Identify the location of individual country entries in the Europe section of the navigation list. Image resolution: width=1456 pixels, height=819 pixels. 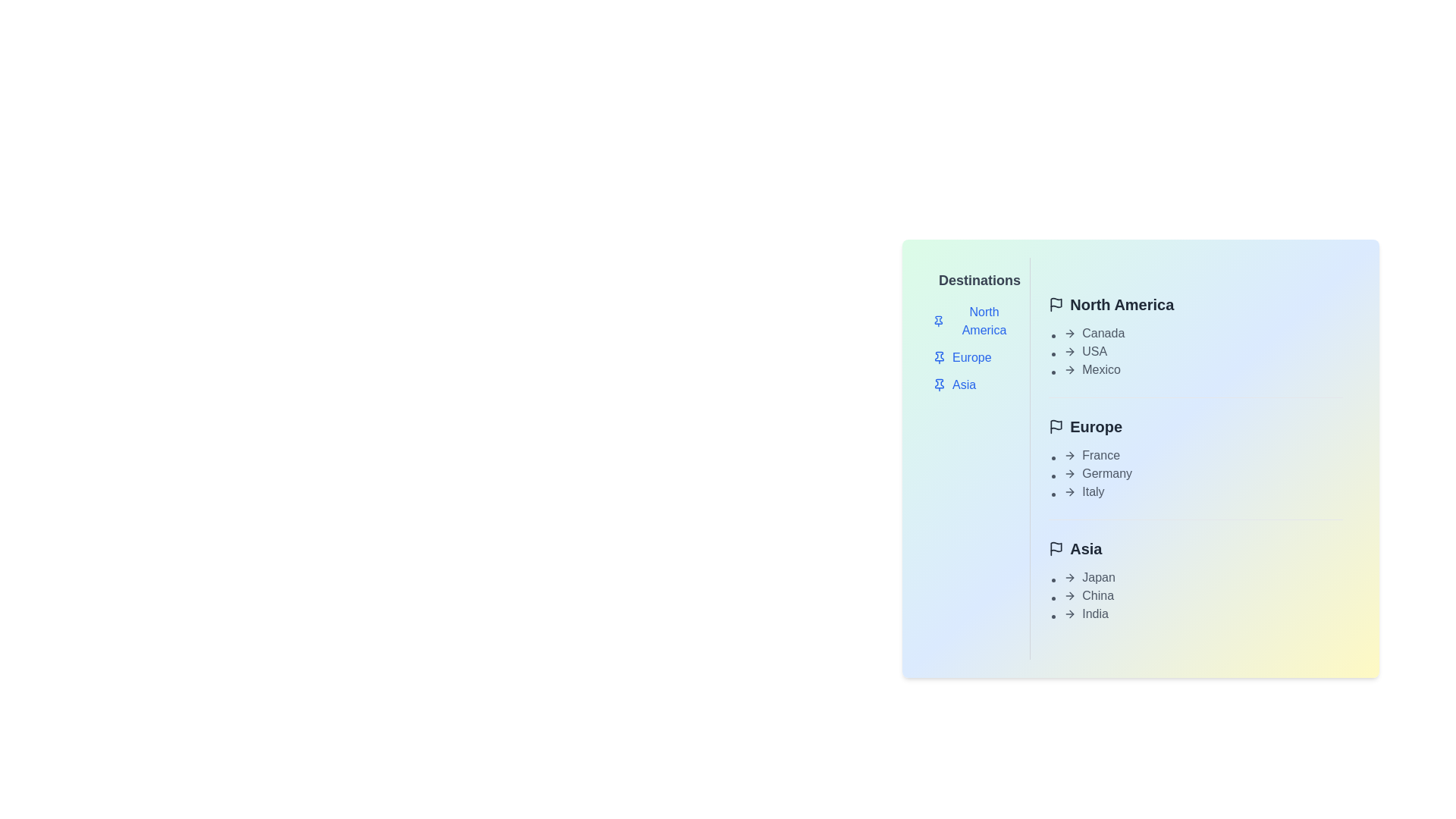
(1195, 472).